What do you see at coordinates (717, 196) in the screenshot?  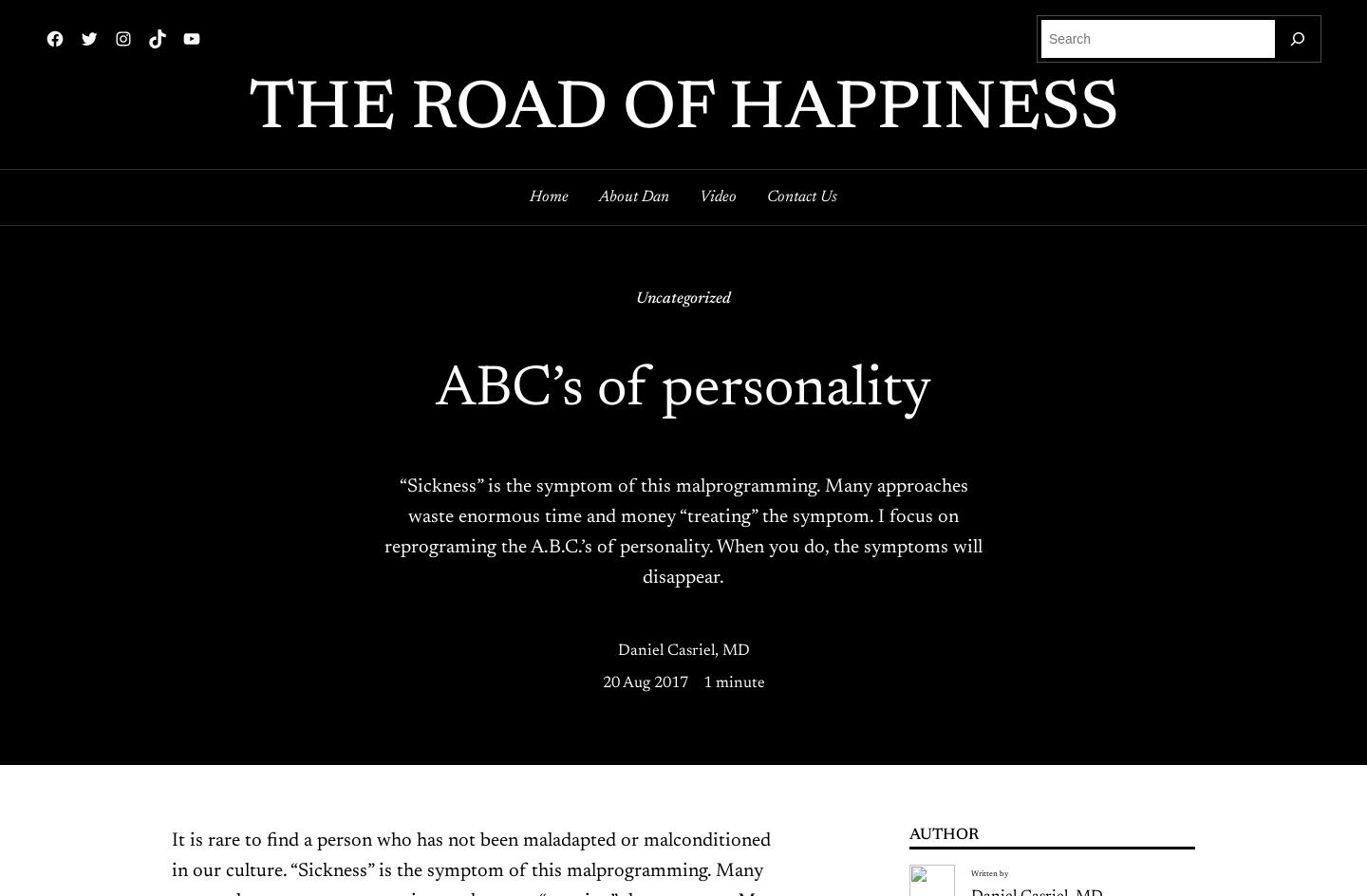 I see `'Video'` at bounding box center [717, 196].